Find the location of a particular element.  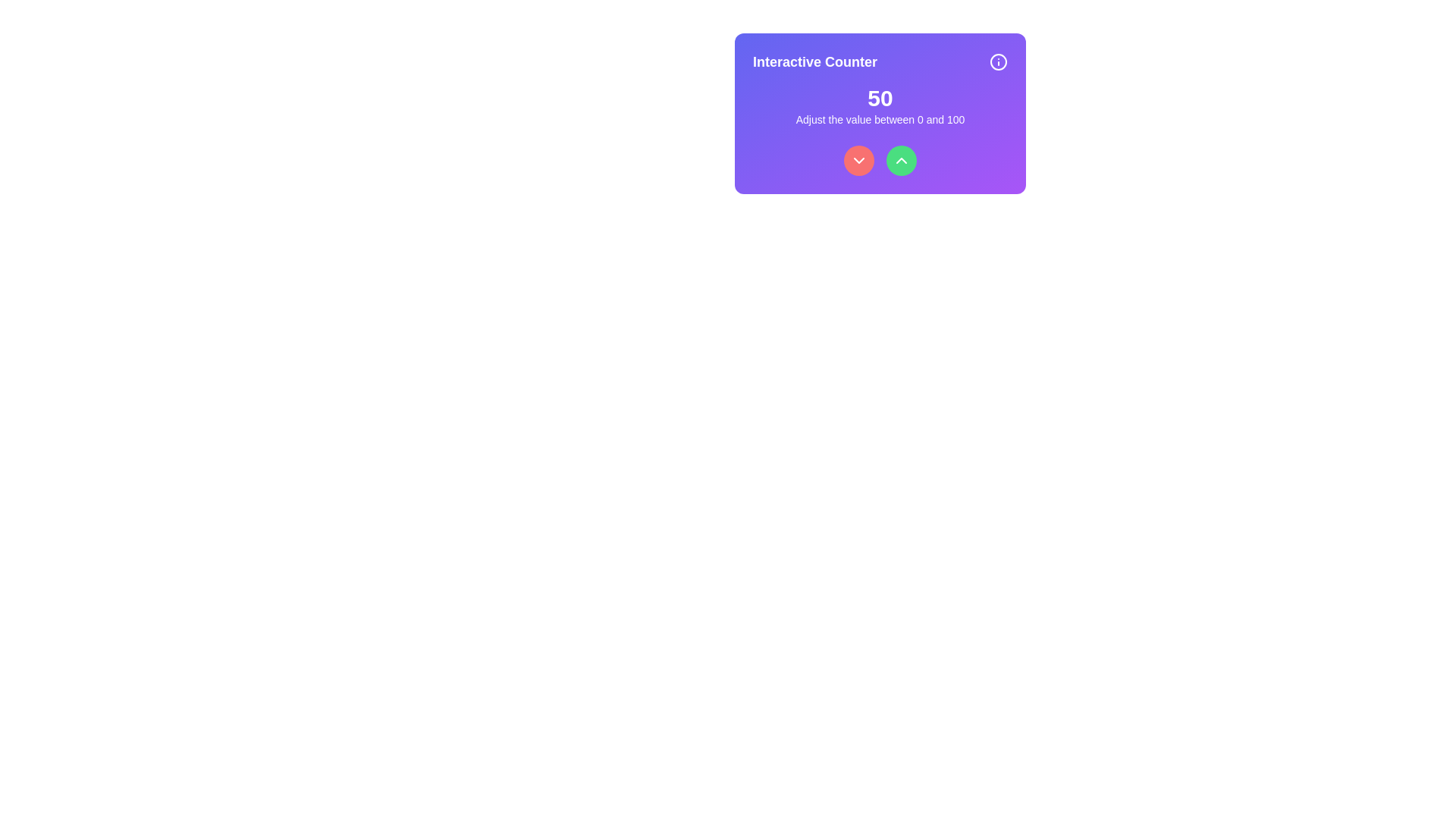

the information icon located in the top-right corner of the 'Interactive Counter' interface, which provides additional context is located at coordinates (998, 61).